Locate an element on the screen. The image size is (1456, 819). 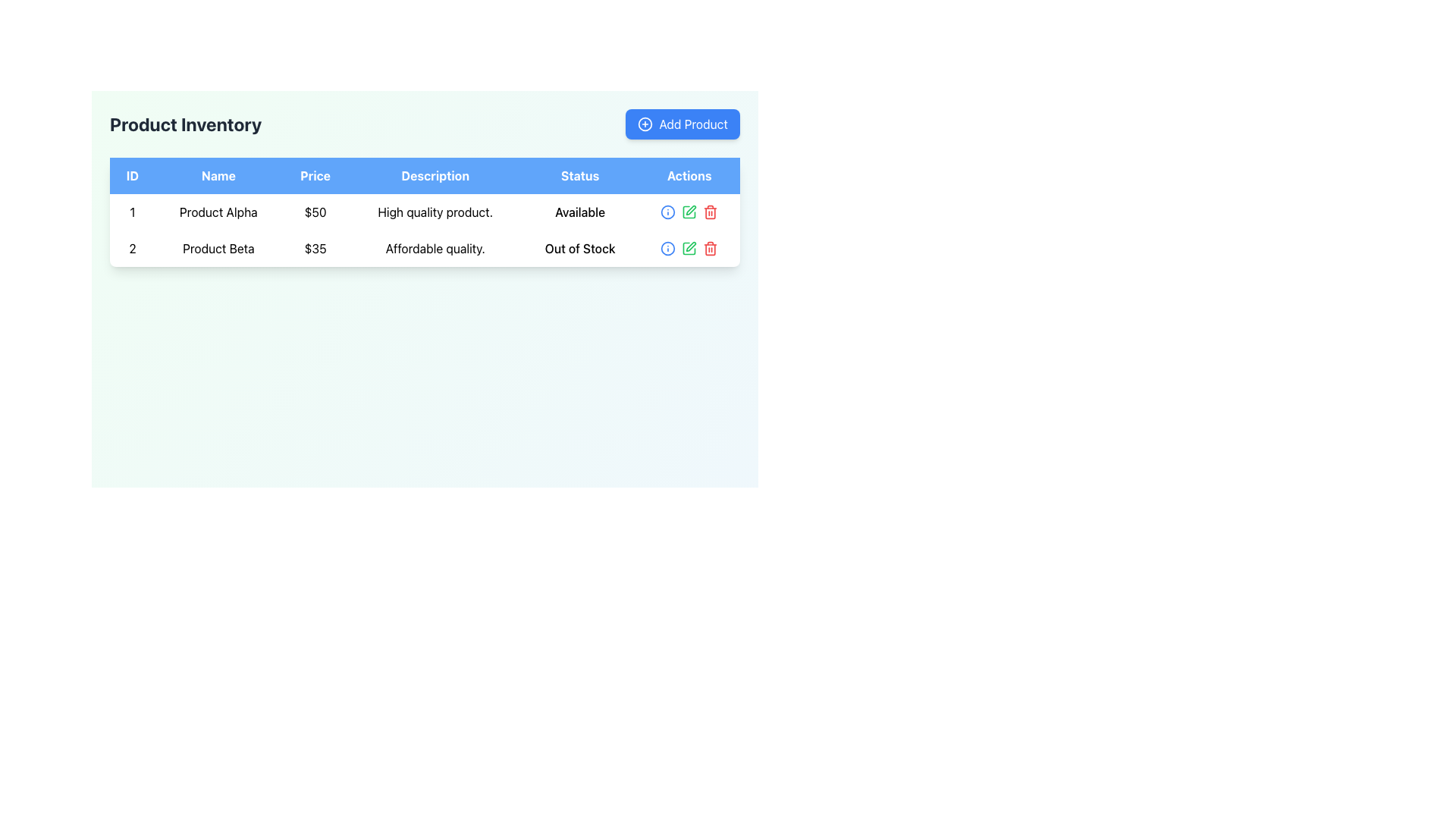
the 'Price' column header text label, which is the third label from the left in the header row of the table, located between 'Name' on the left and 'Description' on the right is located at coordinates (315, 174).